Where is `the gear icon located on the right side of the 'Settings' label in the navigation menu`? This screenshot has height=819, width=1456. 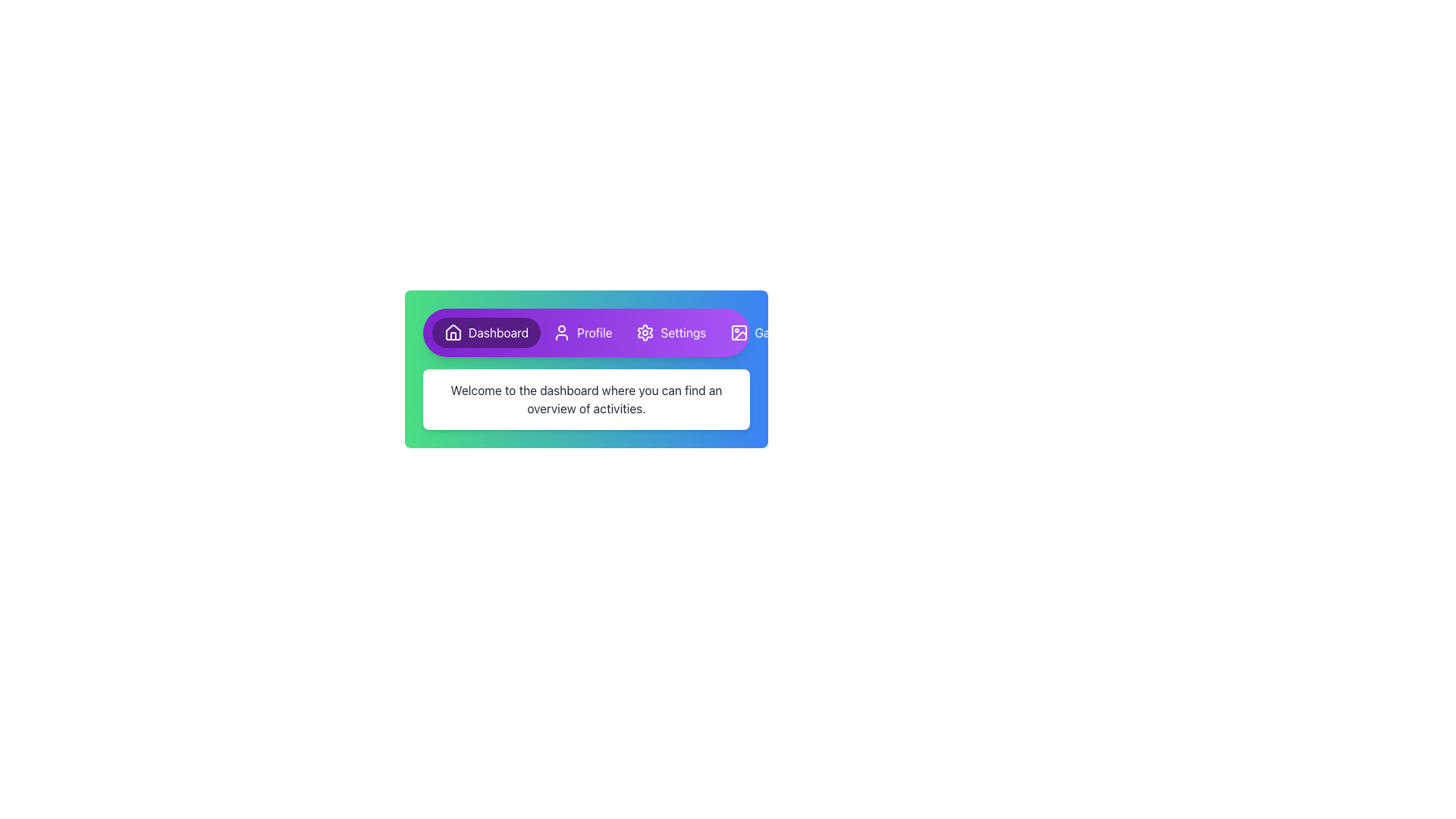 the gear icon located on the right side of the 'Settings' label in the navigation menu is located at coordinates (645, 332).